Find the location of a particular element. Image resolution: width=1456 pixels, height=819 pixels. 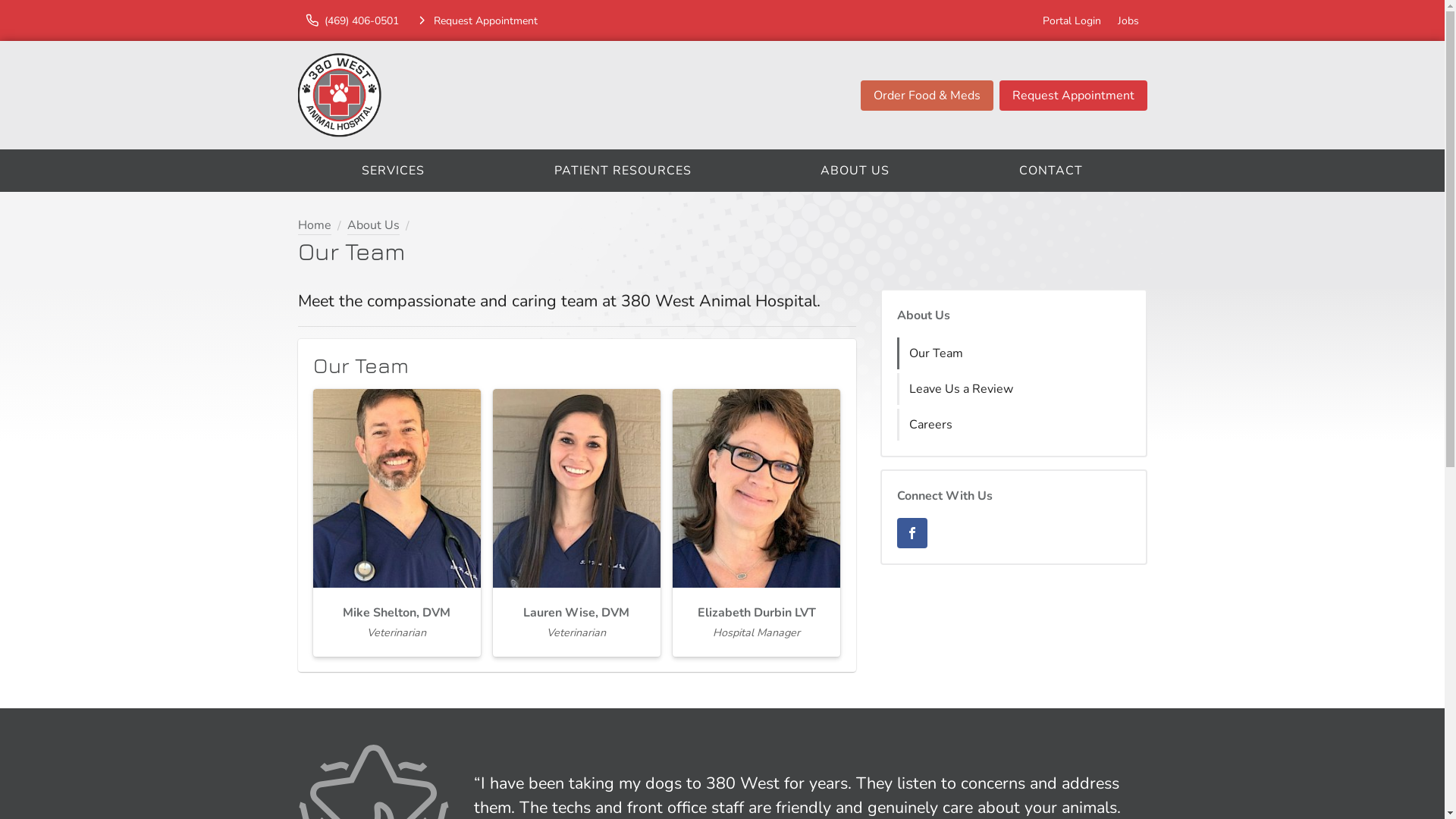

'SERVICES' is located at coordinates (393, 170).